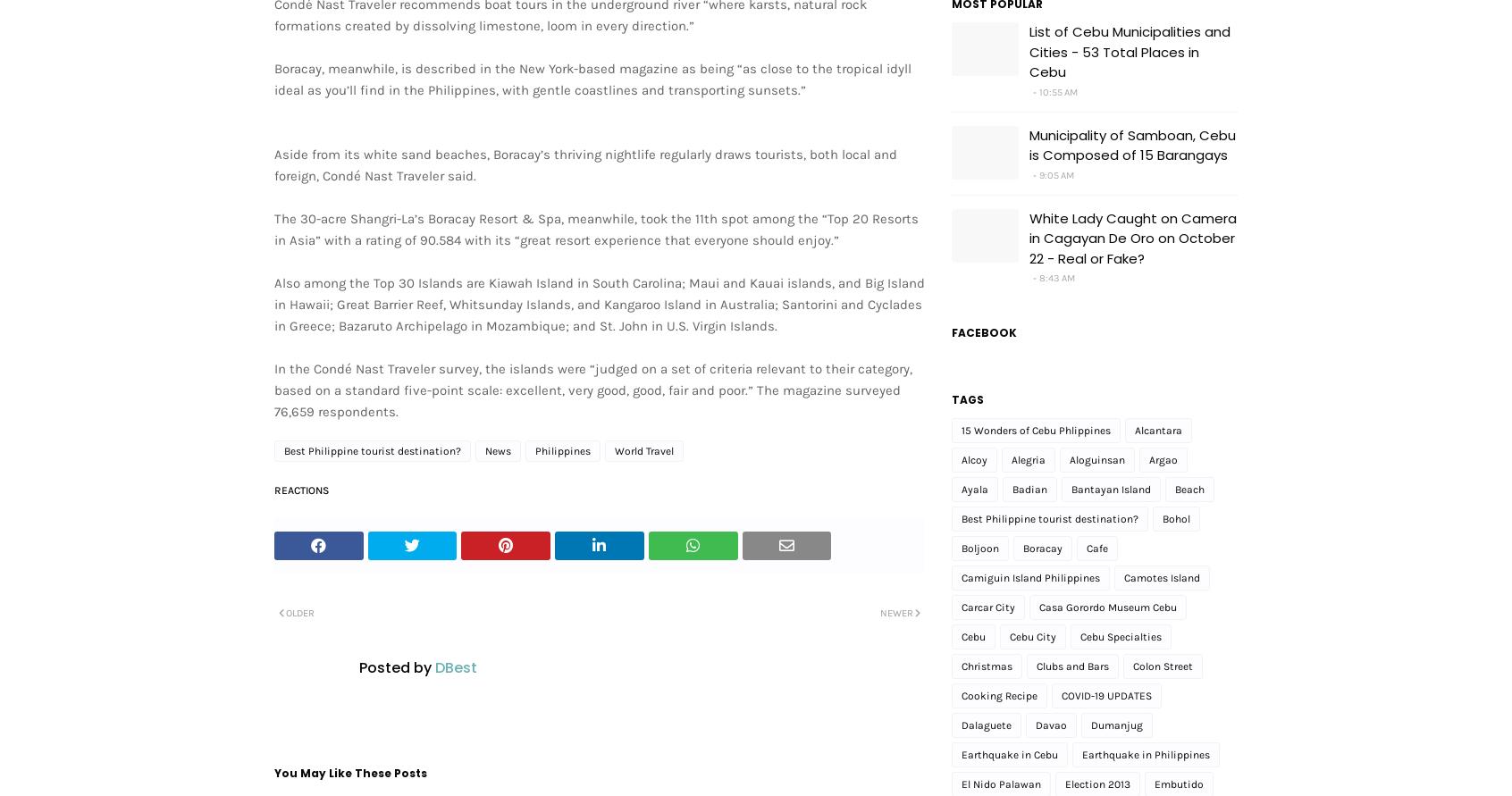 The height and width of the screenshot is (796, 1512). What do you see at coordinates (1055, 174) in the screenshot?
I see `'9:05 AM'` at bounding box center [1055, 174].